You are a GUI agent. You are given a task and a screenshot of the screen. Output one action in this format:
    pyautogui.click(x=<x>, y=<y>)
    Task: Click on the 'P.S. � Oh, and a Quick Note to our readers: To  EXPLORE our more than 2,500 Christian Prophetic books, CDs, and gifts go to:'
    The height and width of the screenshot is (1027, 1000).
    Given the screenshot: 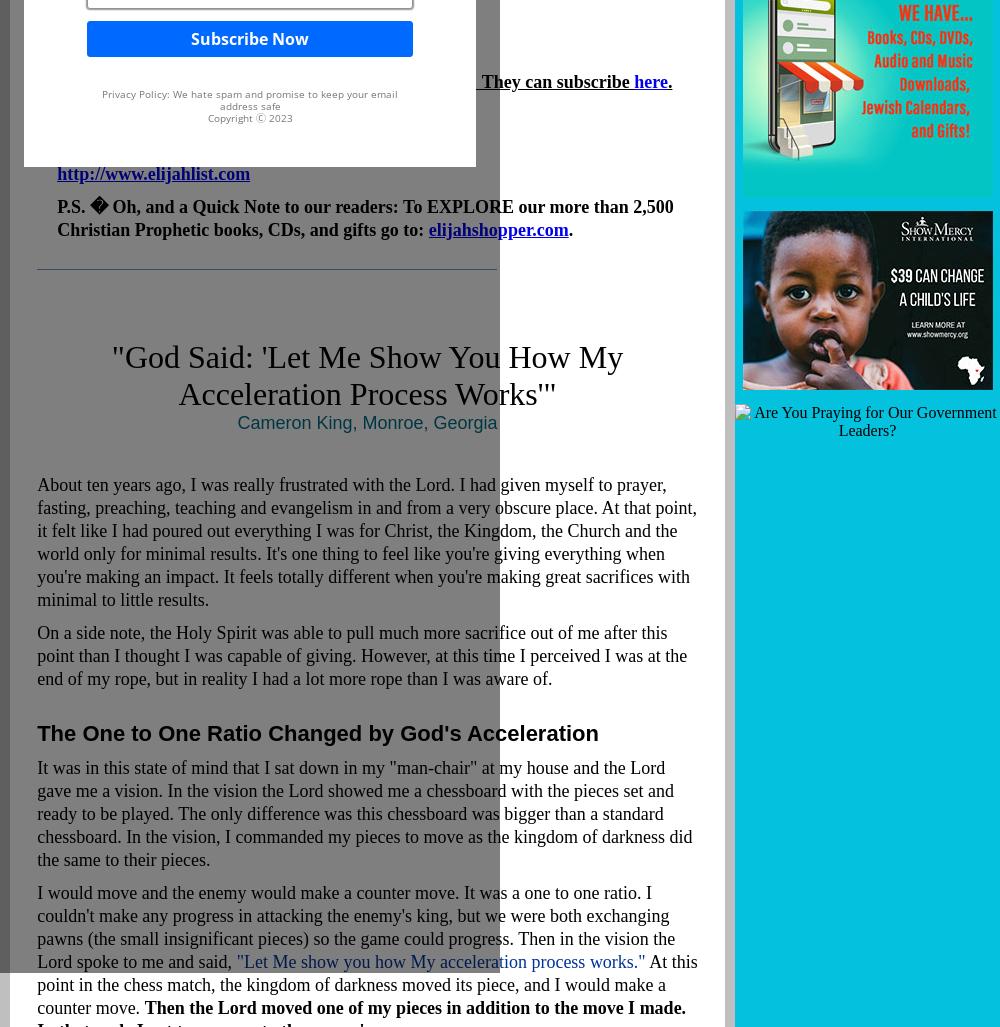 What is the action you would take?
    pyautogui.click(x=364, y=217)
    